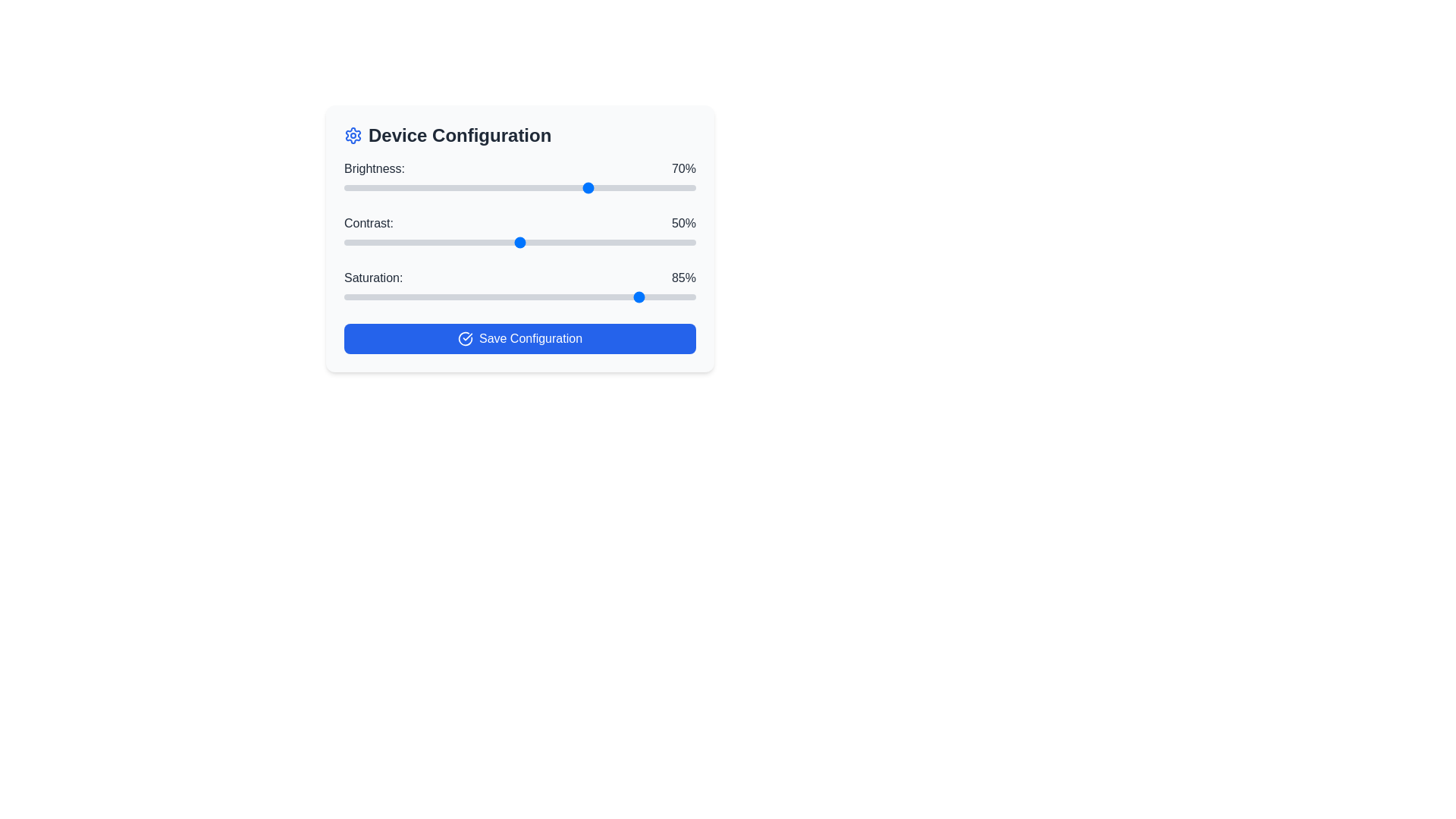 This screenshot has height=819, width=1456. I want to click on and drag the brightness slider control with a blue knob to change the brightness level from its current value of 70%, so click(520, 177).